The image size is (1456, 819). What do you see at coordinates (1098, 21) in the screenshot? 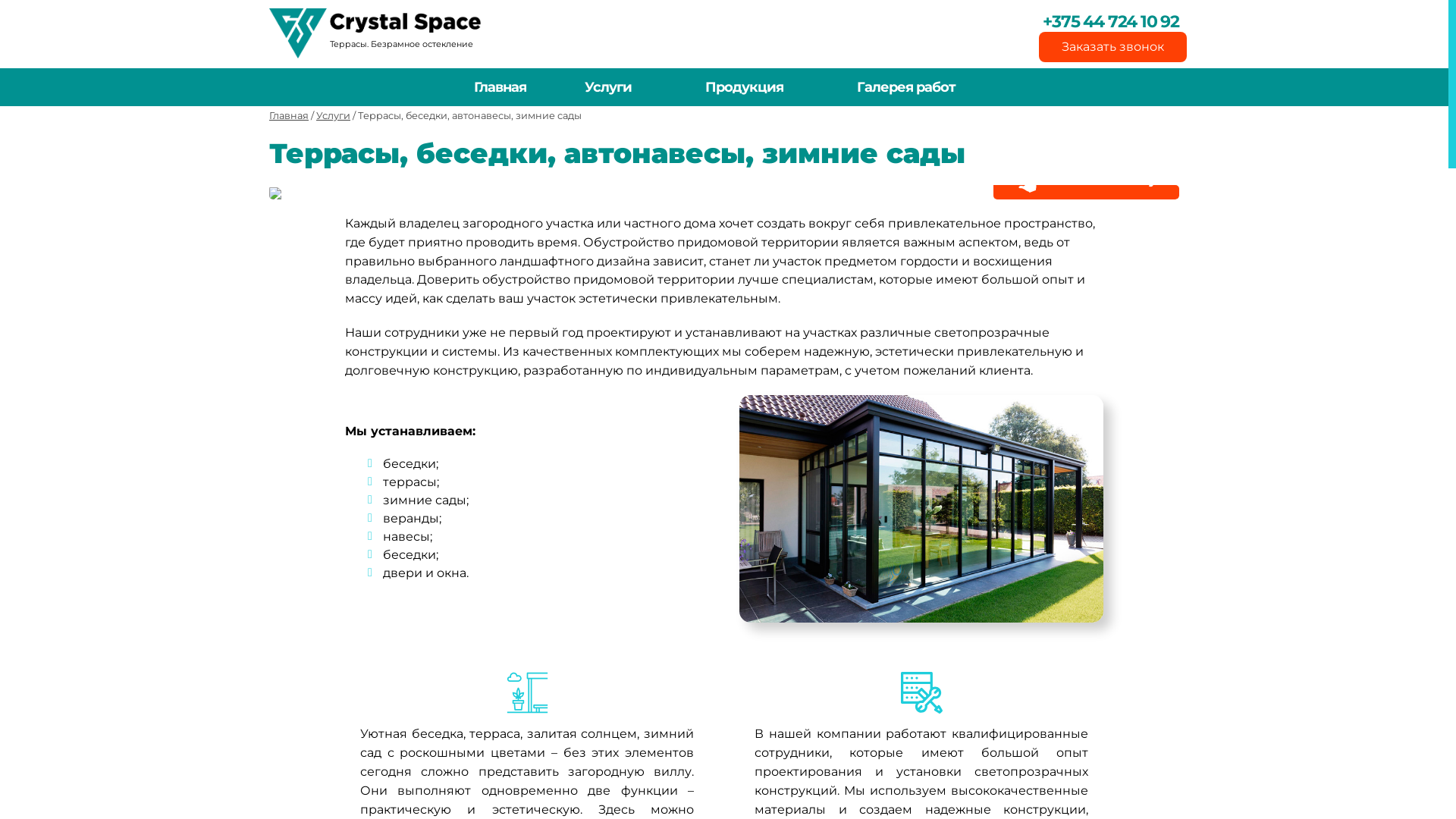
I see `'+375 44 724 10 92'` at bounding box center [1098, 21].